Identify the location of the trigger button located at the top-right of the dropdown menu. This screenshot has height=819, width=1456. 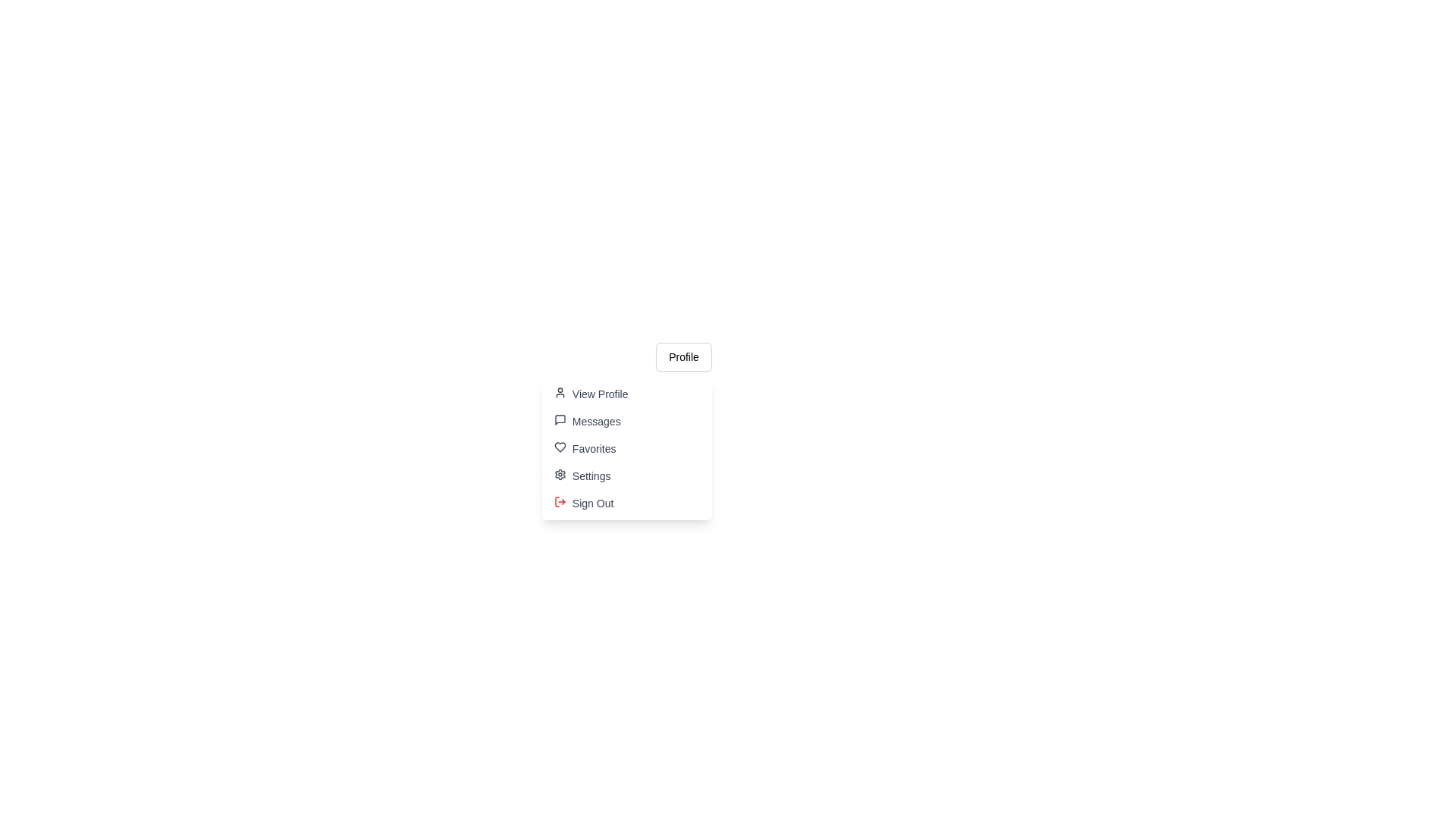
(683, 356).